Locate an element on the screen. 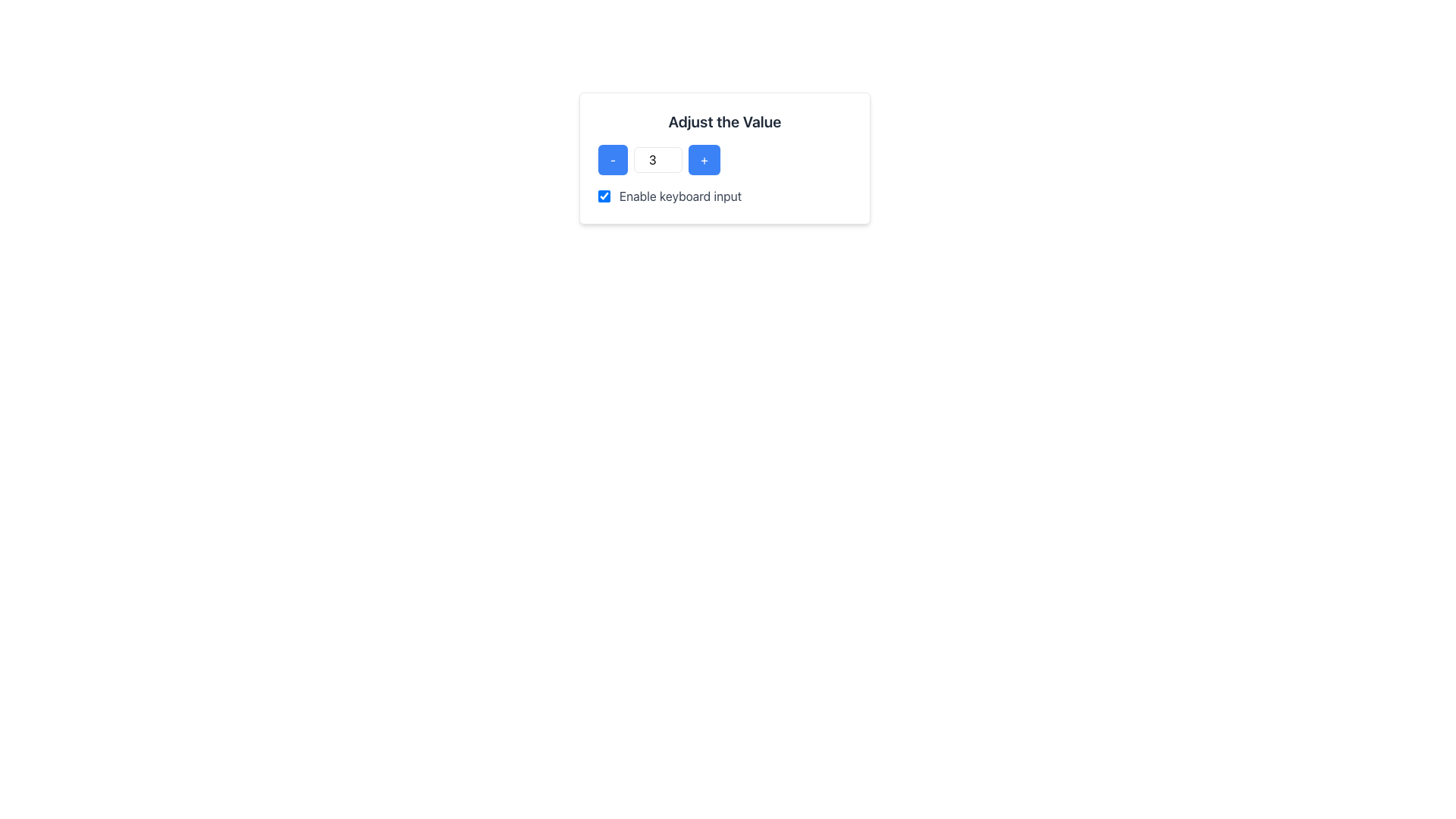  the blue button with a white '+' symbol in the center to increase the value is located at coordinates (704, 160).